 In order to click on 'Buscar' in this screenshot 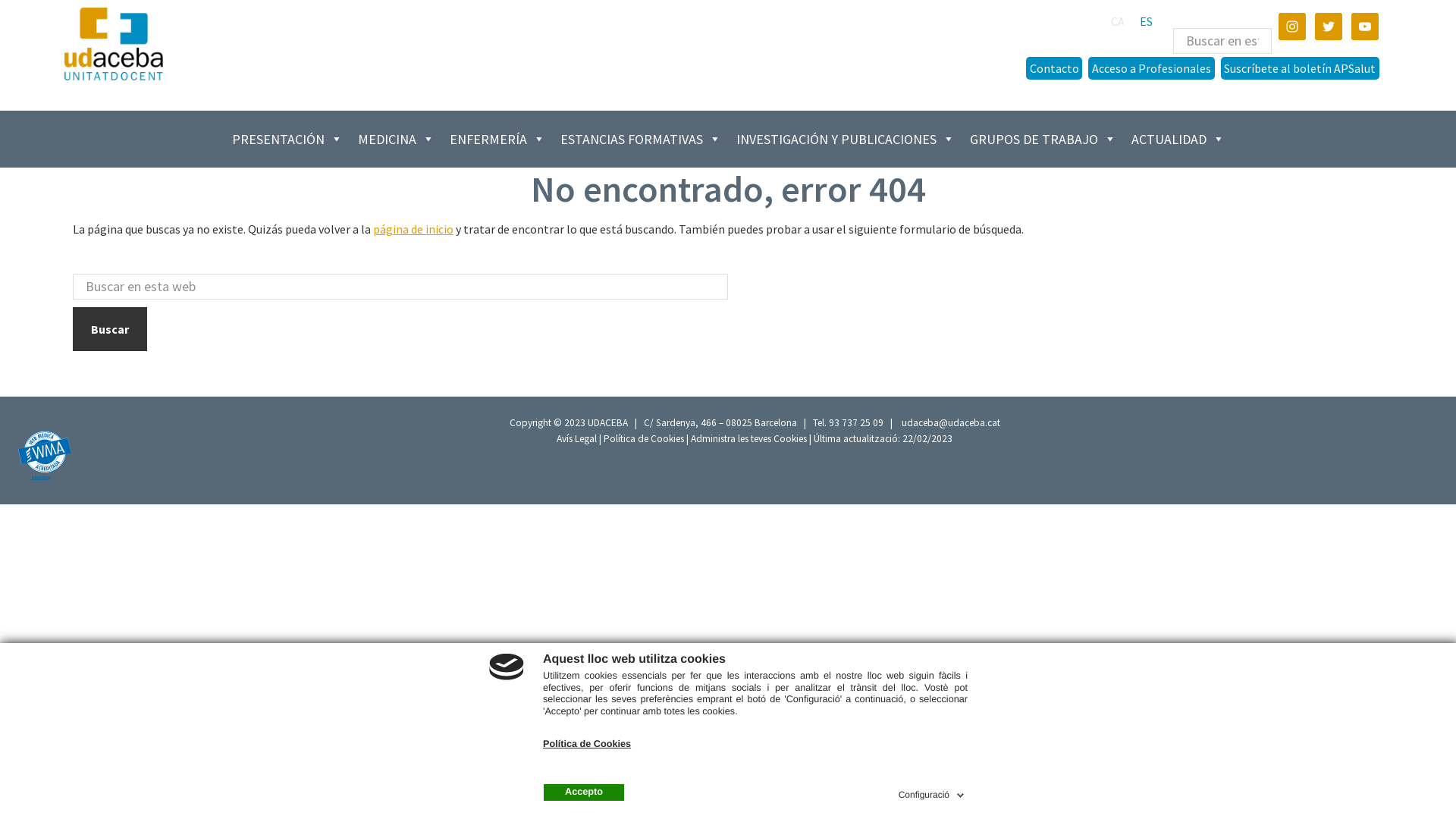, I will do `click(108, 327)`.